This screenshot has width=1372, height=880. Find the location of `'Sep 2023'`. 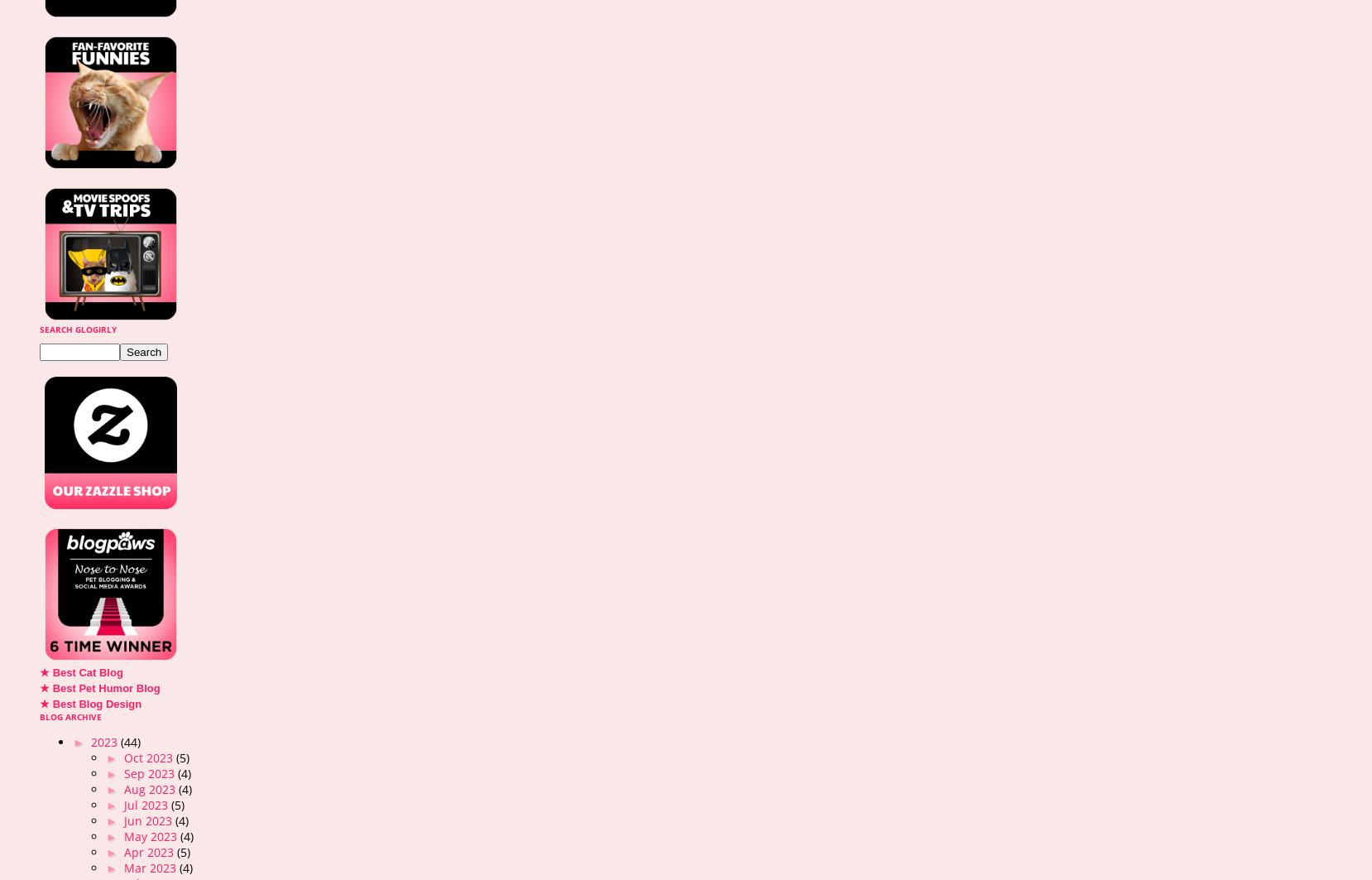

'Sep 2023' is located at coordinates (150, 772).